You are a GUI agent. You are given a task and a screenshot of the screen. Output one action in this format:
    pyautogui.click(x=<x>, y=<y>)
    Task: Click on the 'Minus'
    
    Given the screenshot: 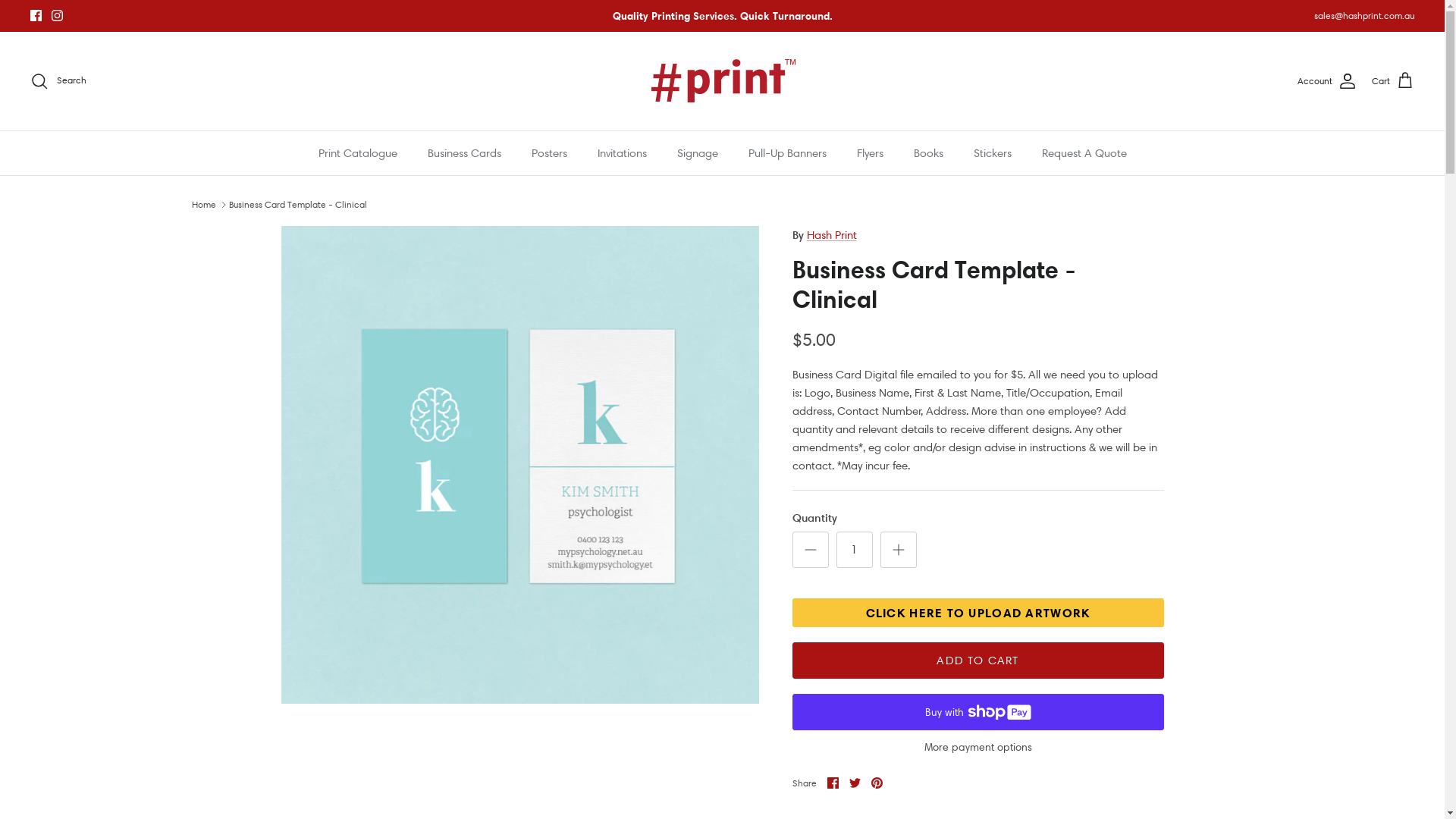 What is the action you would take?
    pyautogui.click(x=808, y=550)
    